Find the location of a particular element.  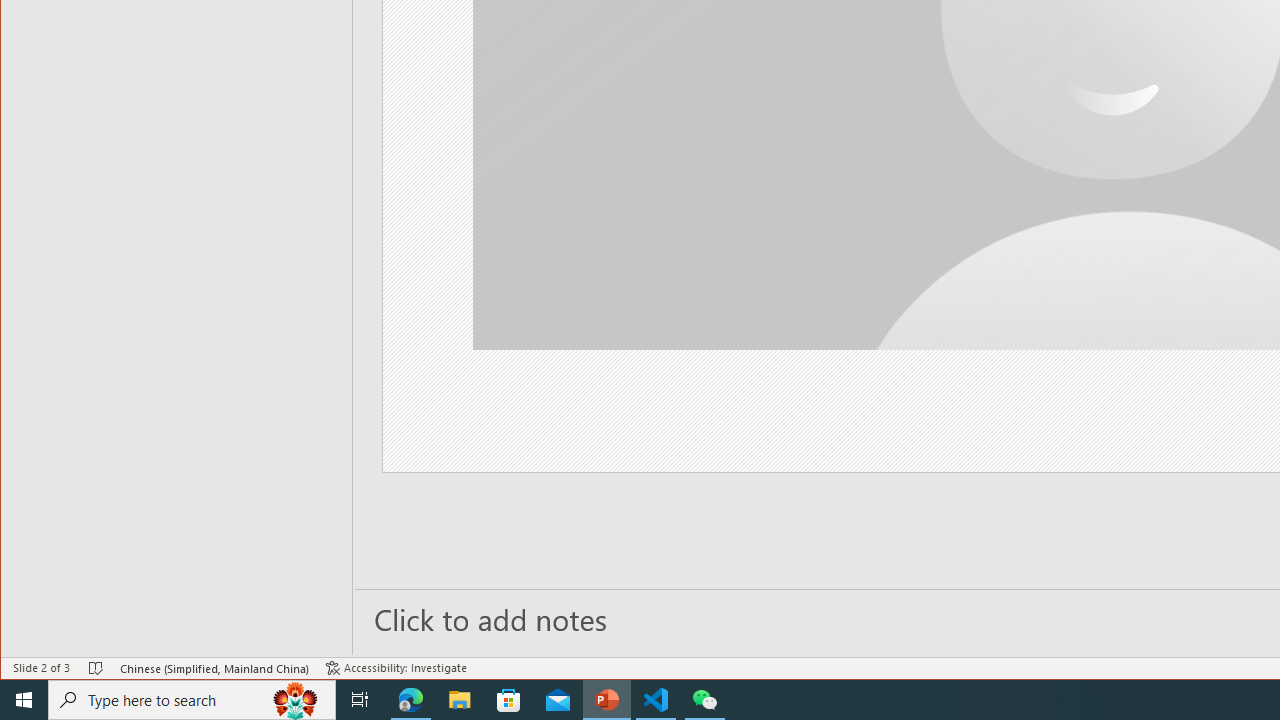

'Spell Check No Errors' is located at coordinates (95, 668).